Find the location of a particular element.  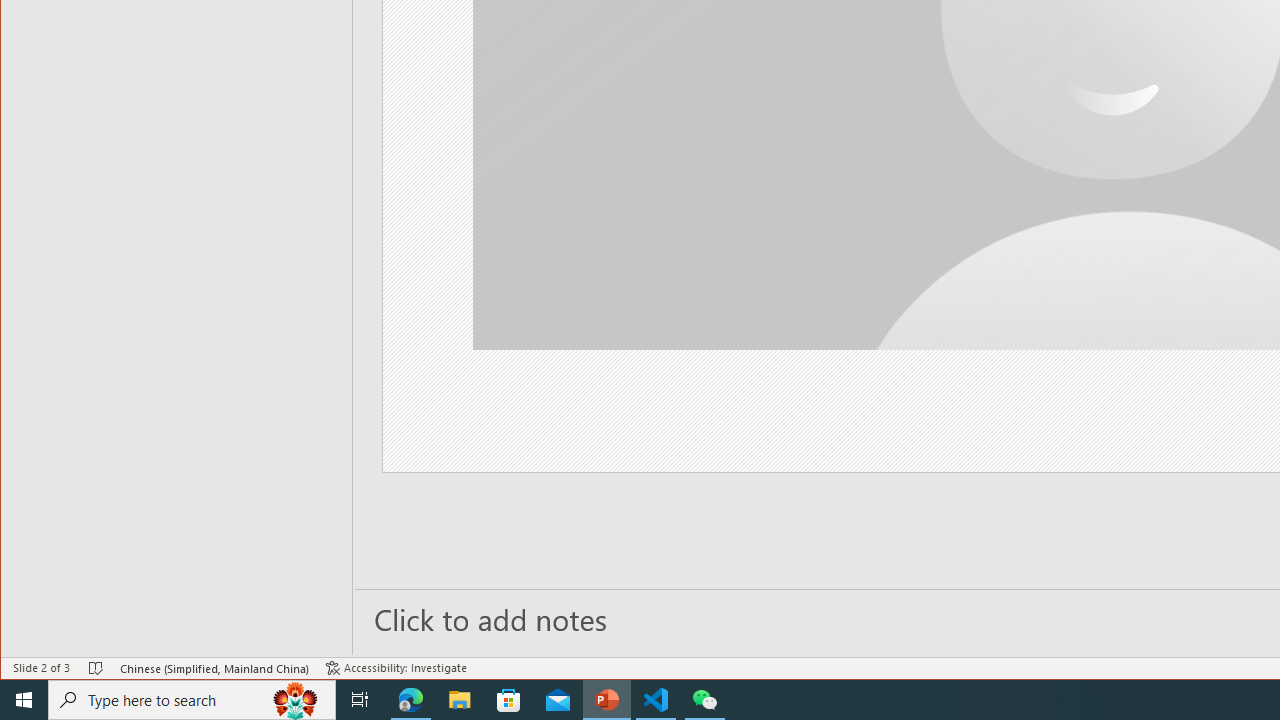

'Spell Check No Errors' is located at coordinates (95, 668).